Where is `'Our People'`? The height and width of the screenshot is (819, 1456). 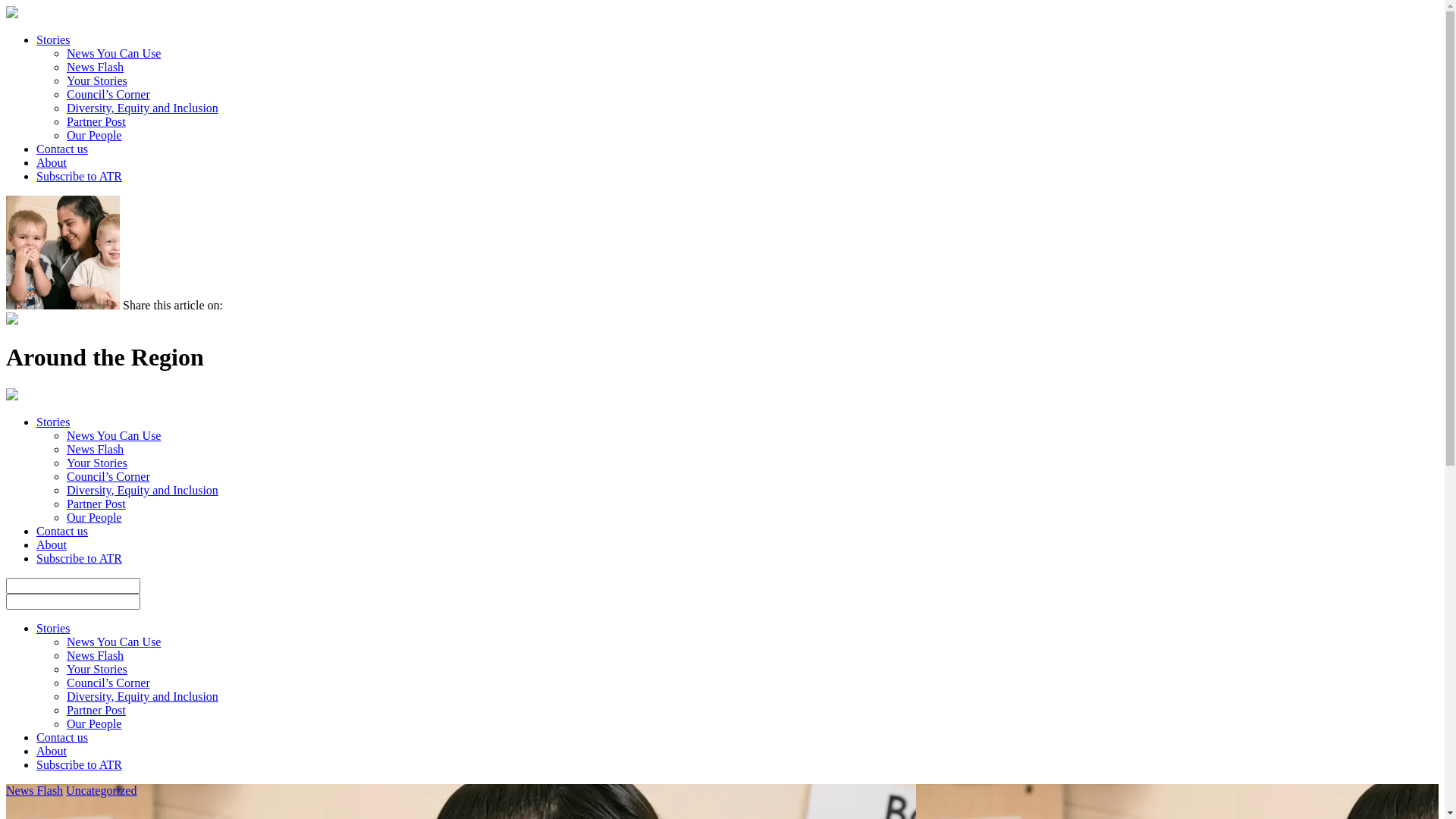 'Our People' is located at coordinates (93, 723).